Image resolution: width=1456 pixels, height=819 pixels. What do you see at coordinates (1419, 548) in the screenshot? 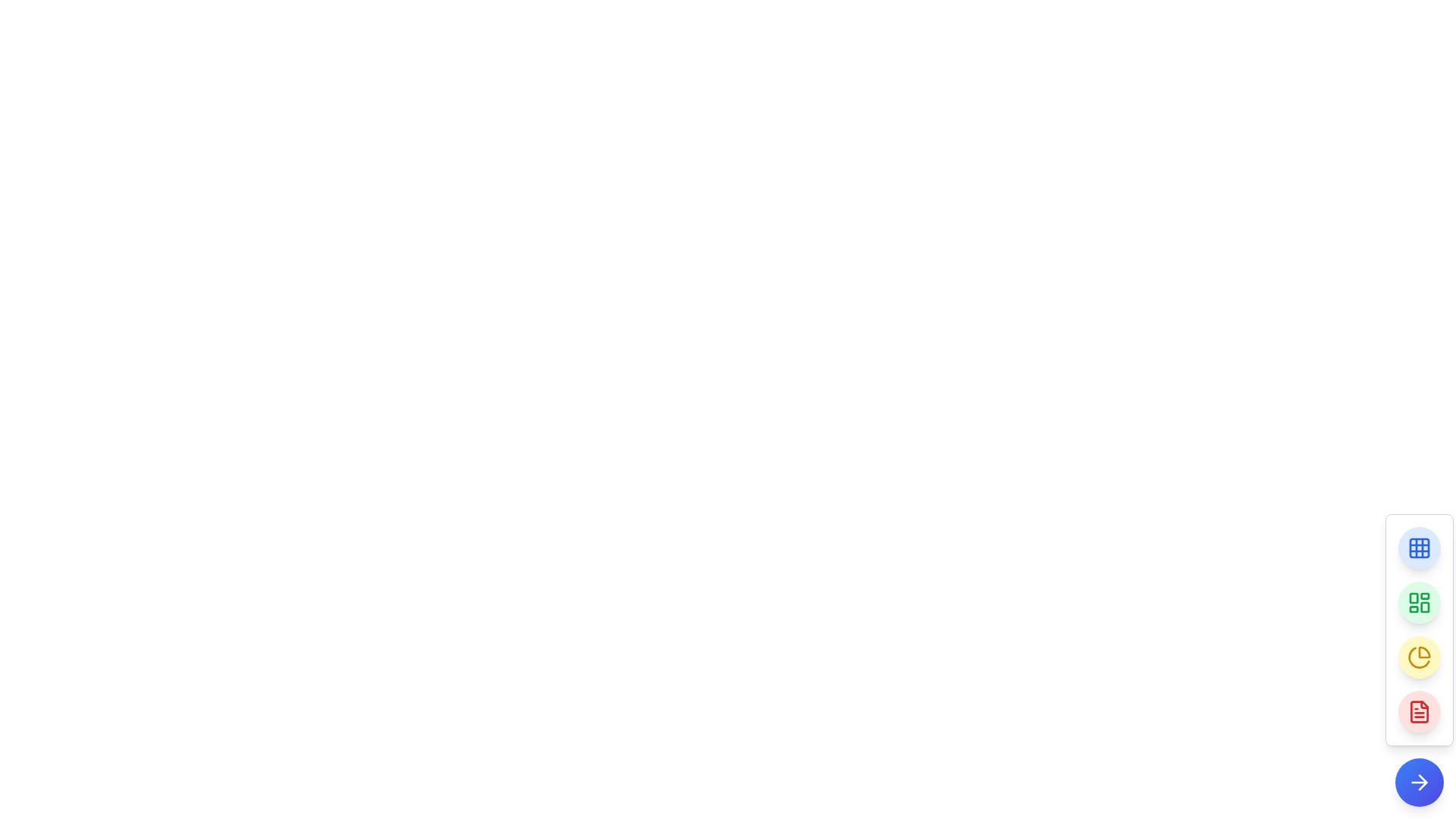
I see `the interactive button for accessing the grid view` at bounding box center [1419, 548].